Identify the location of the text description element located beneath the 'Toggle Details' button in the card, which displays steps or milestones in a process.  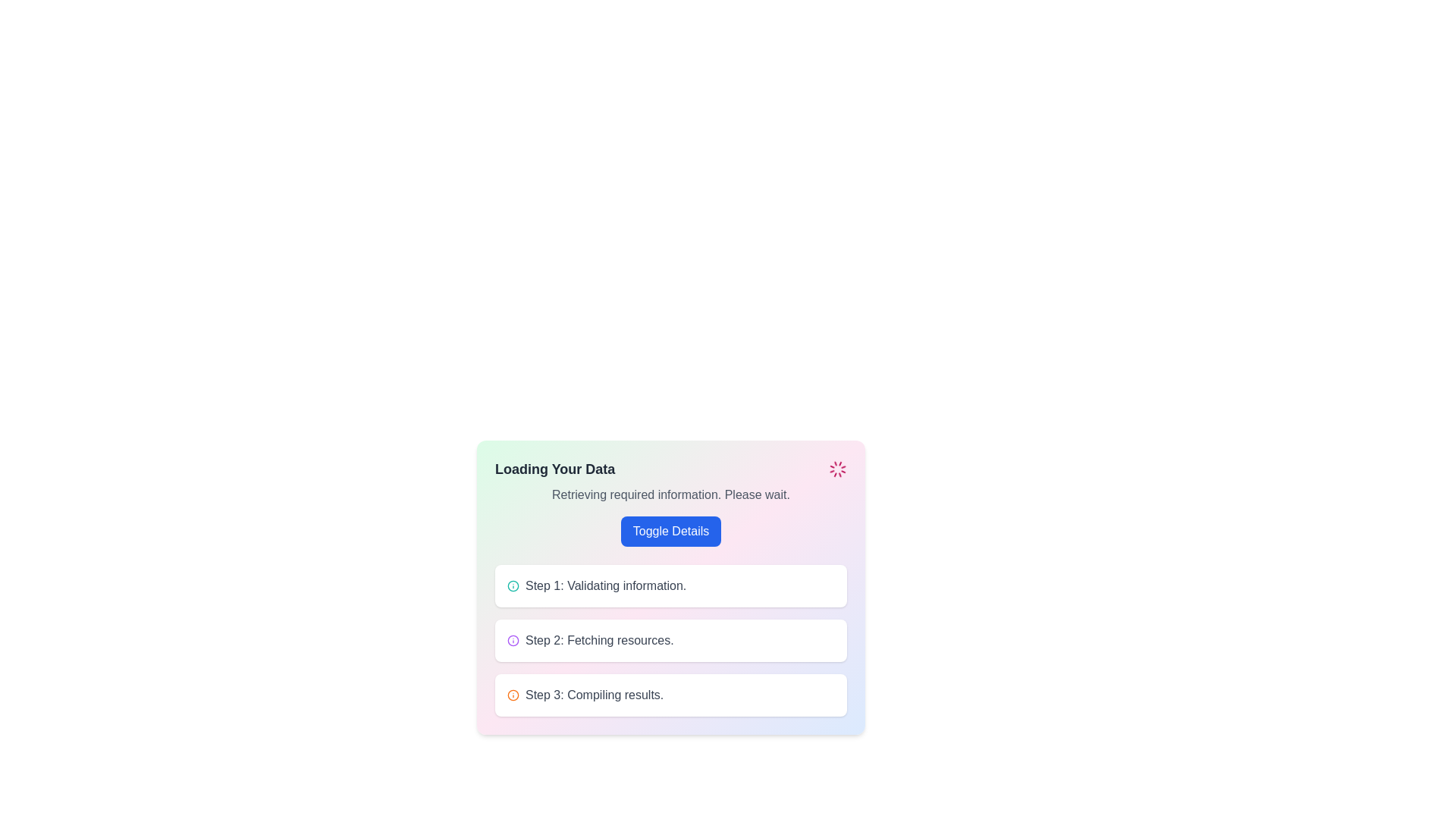
(670, 640).